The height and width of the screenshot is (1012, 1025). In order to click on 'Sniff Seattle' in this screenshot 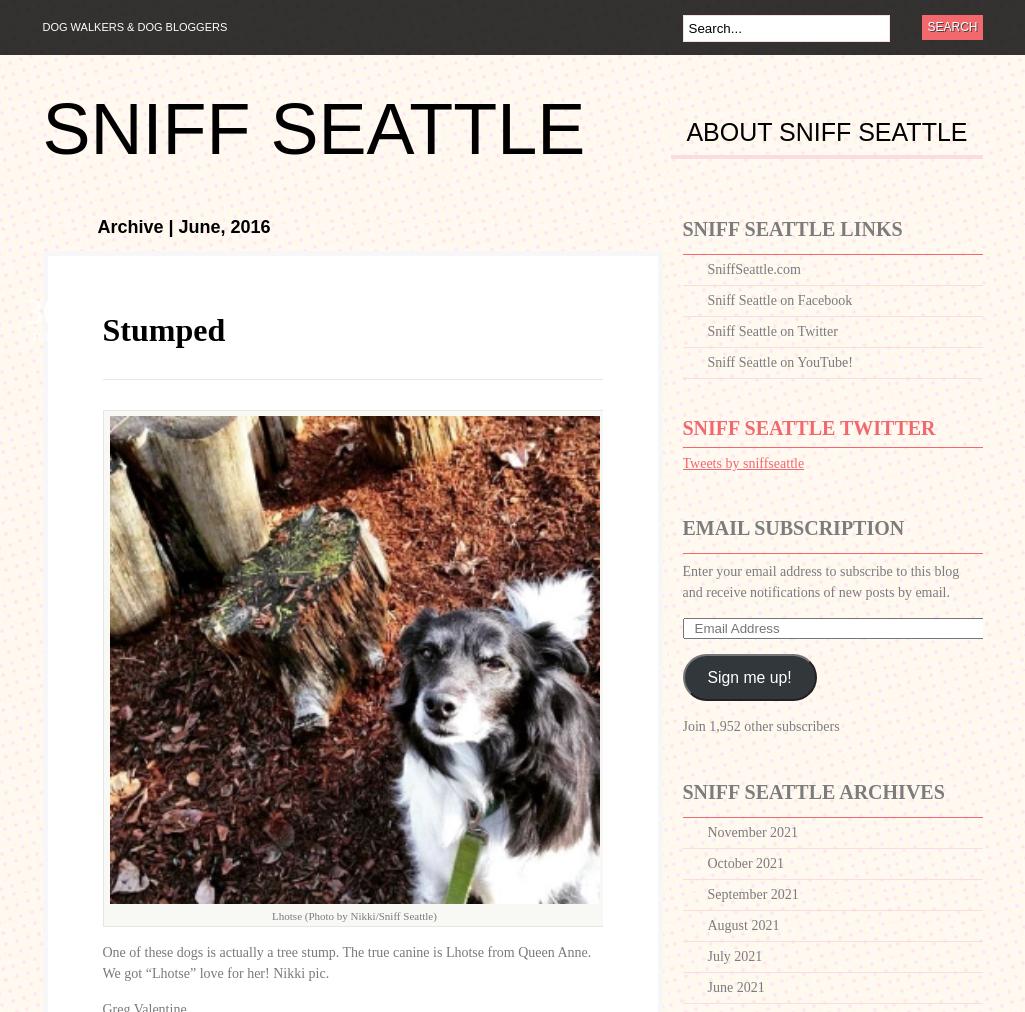, I will do `click(313, 129)`.